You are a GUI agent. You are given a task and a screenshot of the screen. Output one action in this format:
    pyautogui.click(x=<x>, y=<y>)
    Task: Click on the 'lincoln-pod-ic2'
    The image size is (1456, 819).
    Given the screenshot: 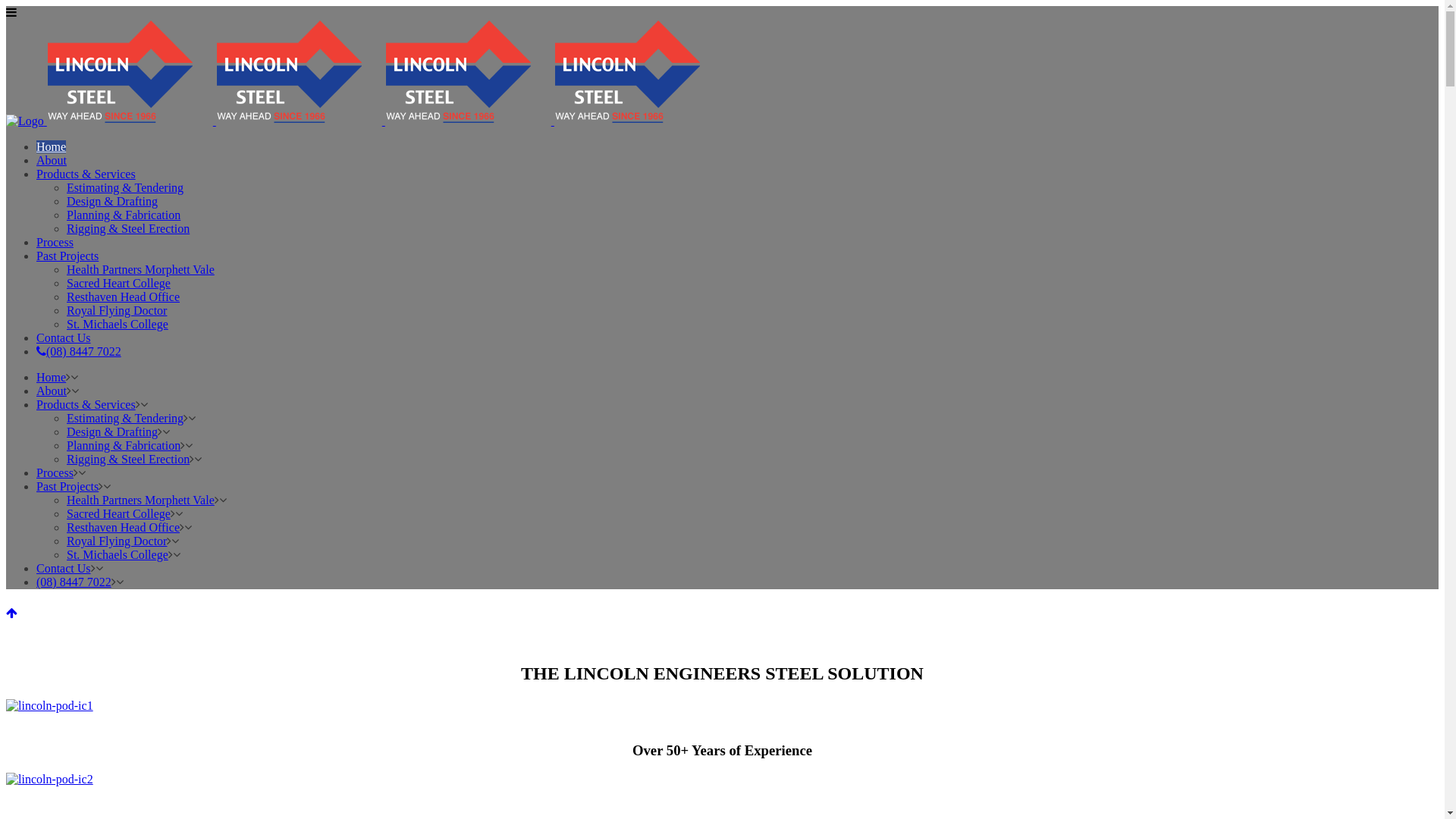 What is the action you would take?
    pyautogui.click(x=49, y=780)
    